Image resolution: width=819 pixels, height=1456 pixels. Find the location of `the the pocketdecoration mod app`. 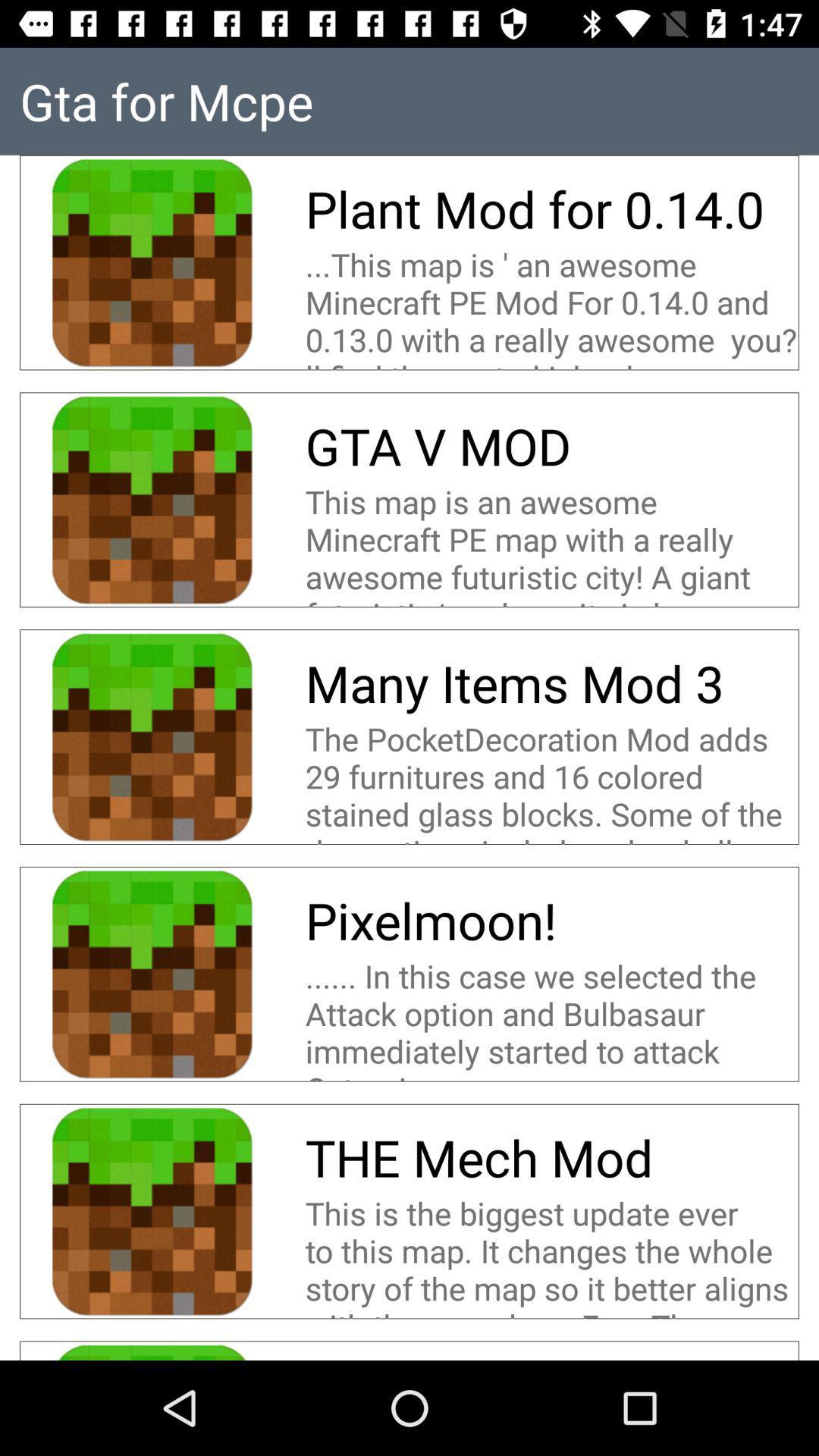

the the pocketdecoration mod app is located at coordinates (552, 780).